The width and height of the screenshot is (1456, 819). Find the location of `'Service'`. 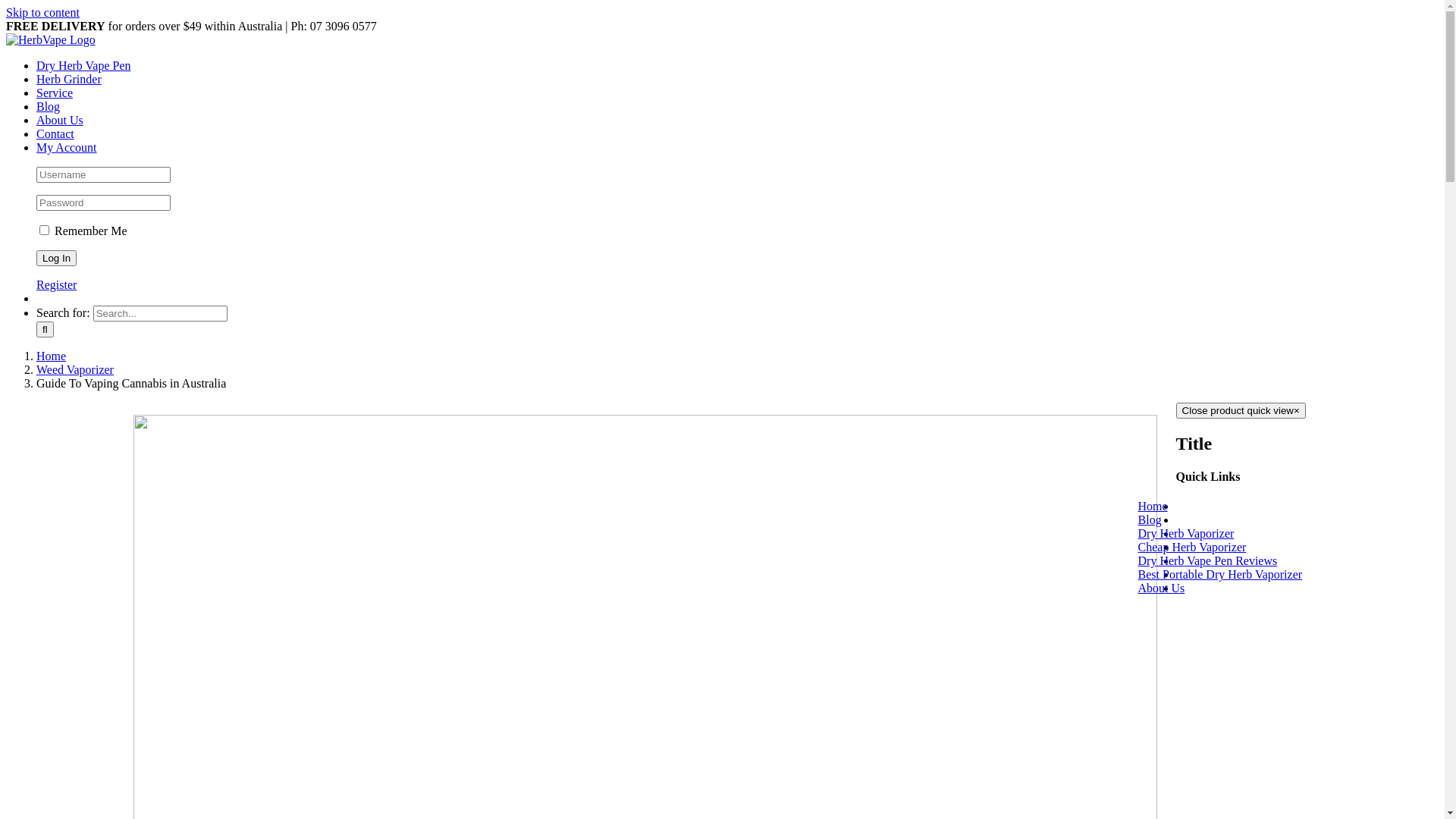

'Service' is located at coordinates (55, 93).